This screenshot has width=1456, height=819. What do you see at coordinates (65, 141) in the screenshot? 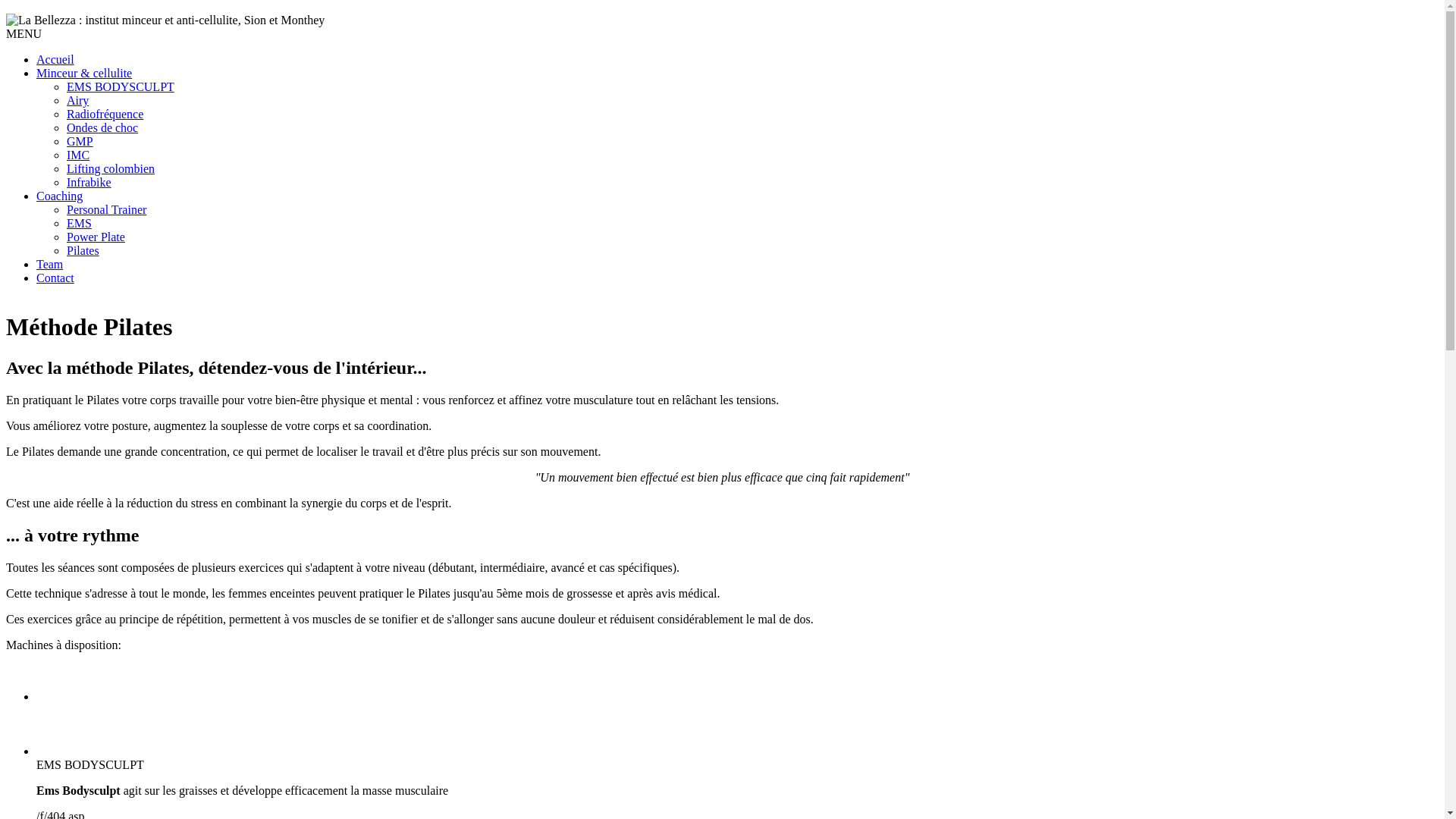
I see `'GMP'` at bounding box center [65, 141].